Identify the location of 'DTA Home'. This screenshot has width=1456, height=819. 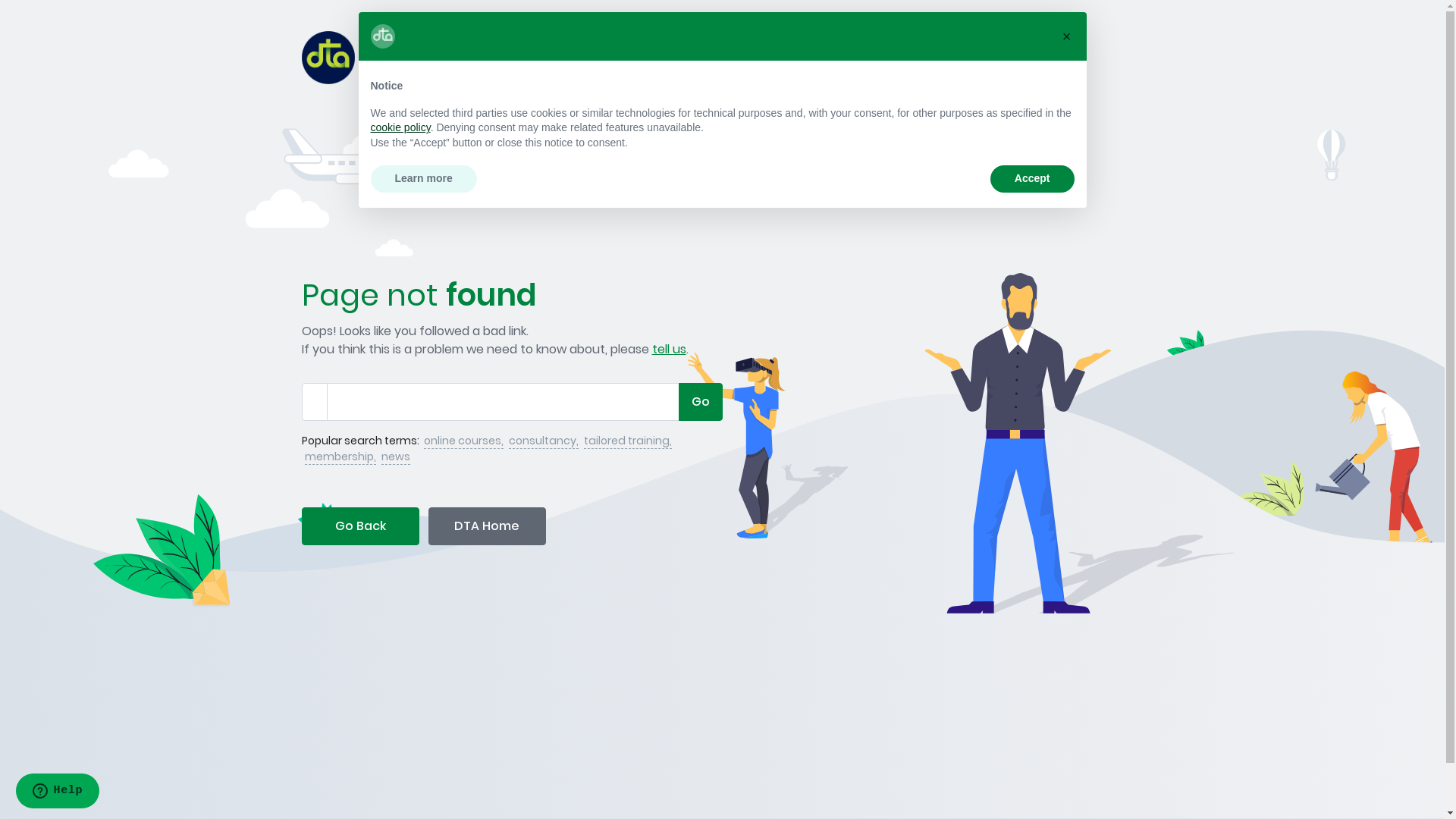
(486, 526).